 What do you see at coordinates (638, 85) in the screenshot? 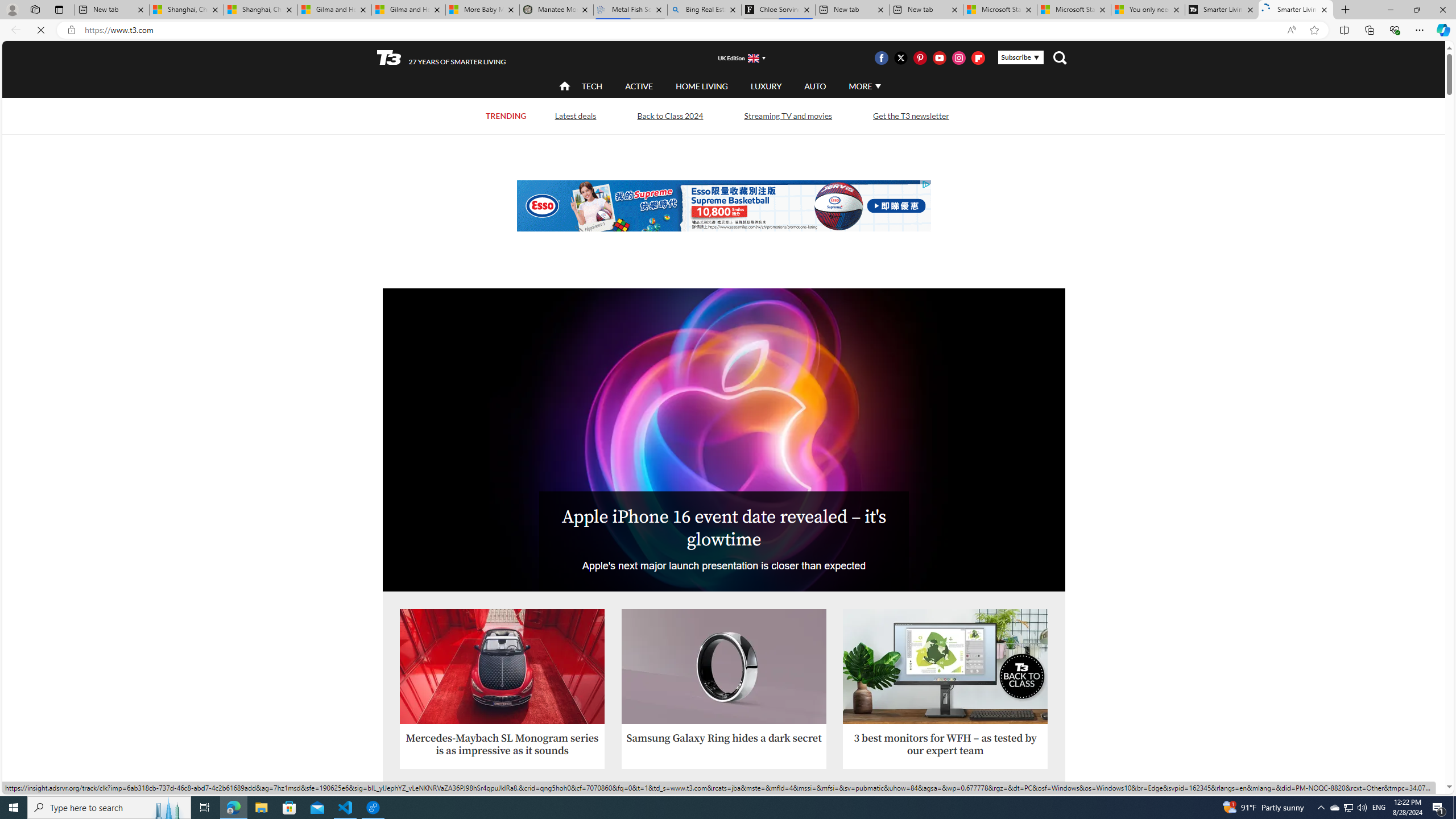
I see `'ACTIVE'` at bounding box center [638, 85].